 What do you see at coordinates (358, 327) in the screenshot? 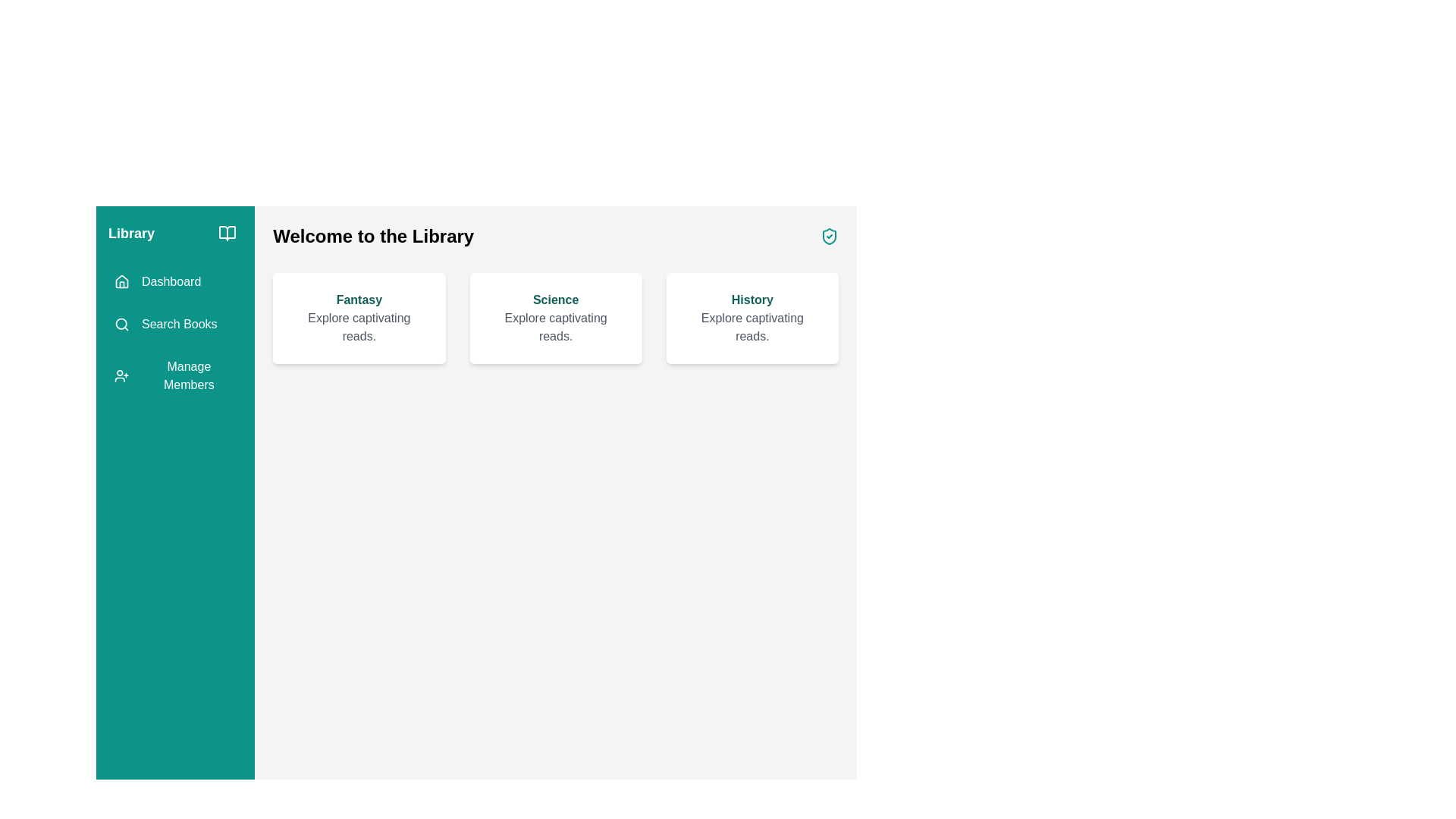
I see `the second text block within the card labeled 'Fantasy', which provides additional context related to the category 'Fantasy'` at bounding box center [358, 327].